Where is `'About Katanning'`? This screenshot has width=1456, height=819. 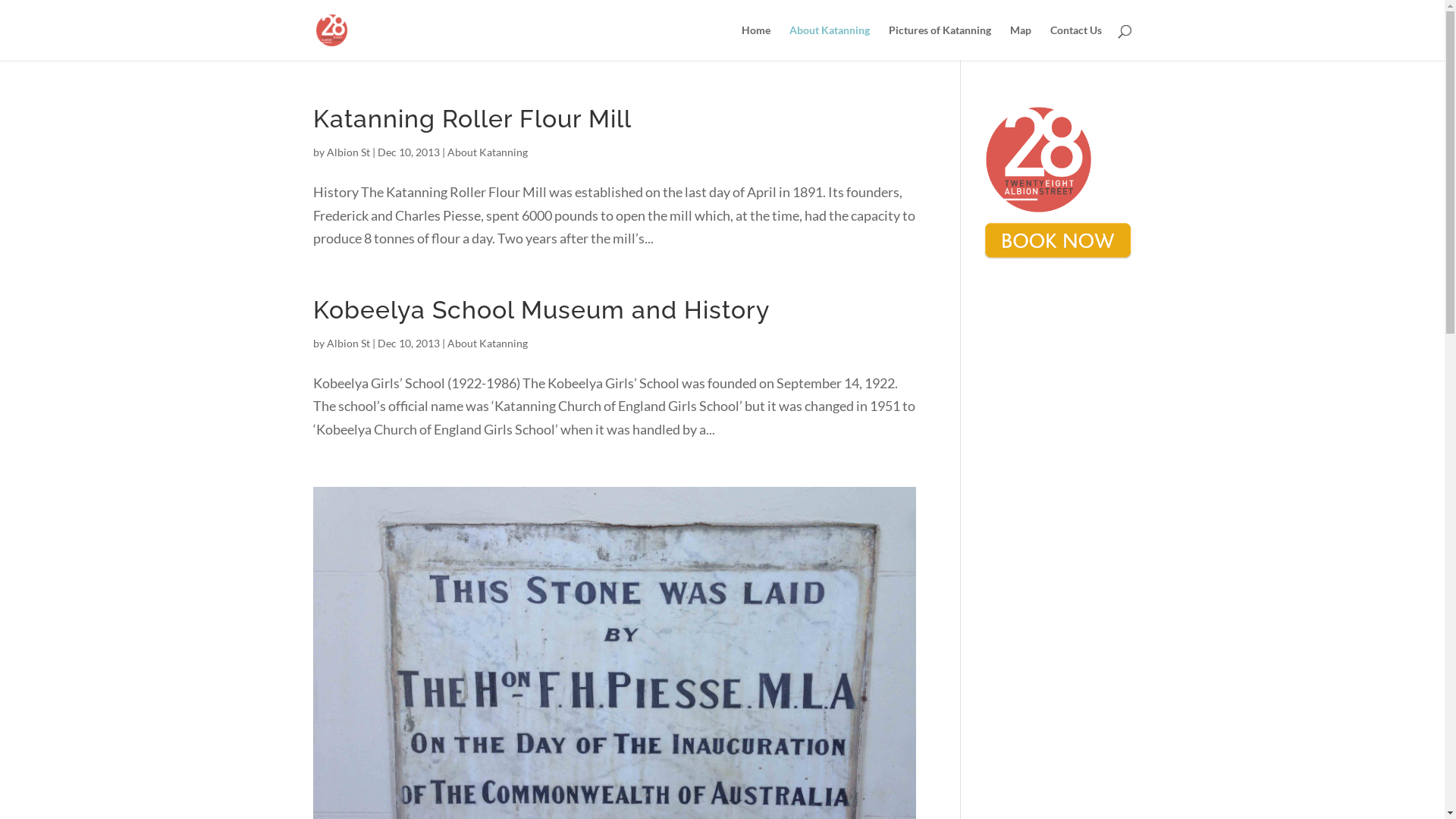
'About Katanning' is located at coordinates (828, 42).